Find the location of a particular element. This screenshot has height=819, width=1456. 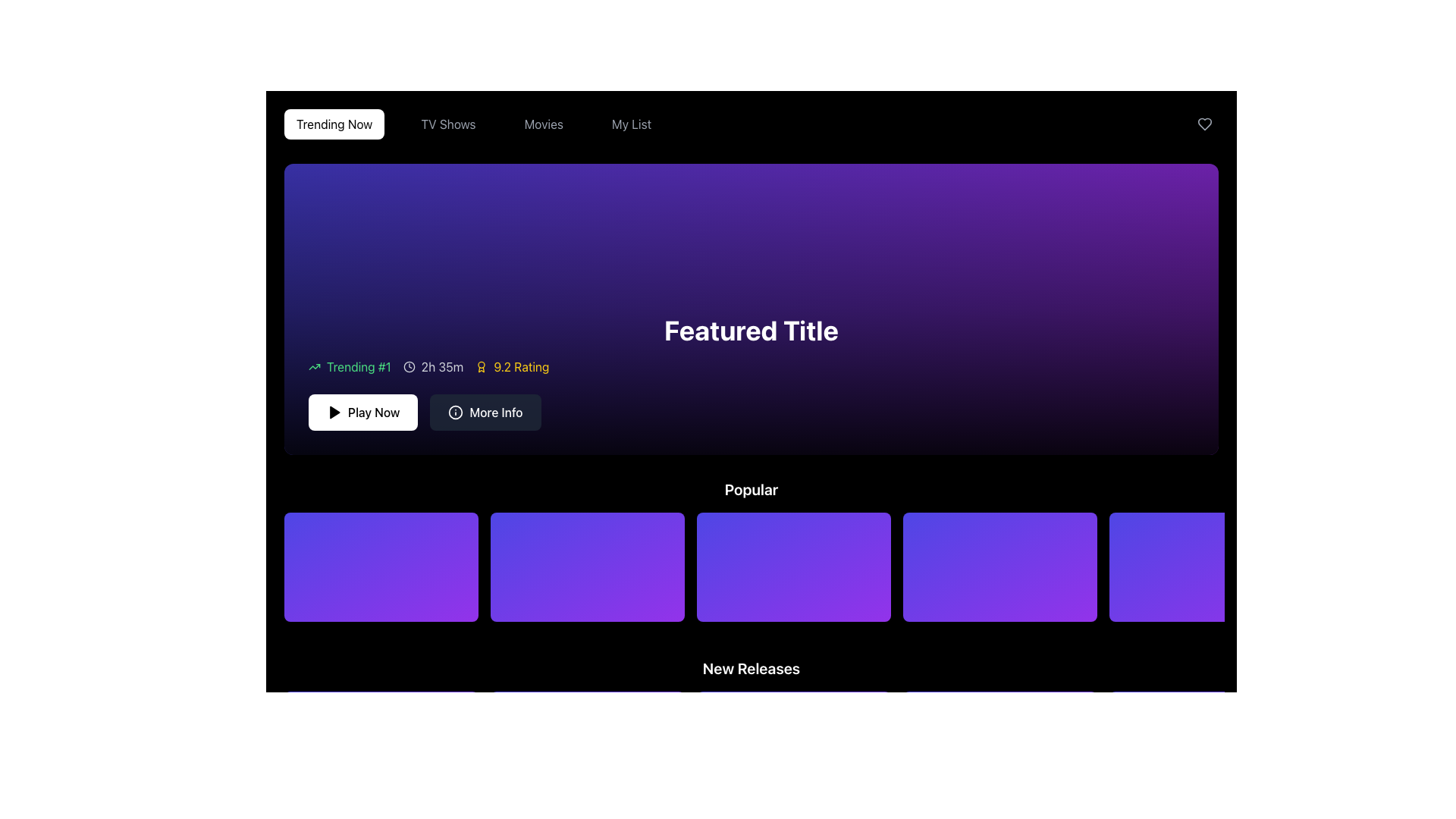

the button located in the navigation bar that allows users is located at coordinates (472, 124).